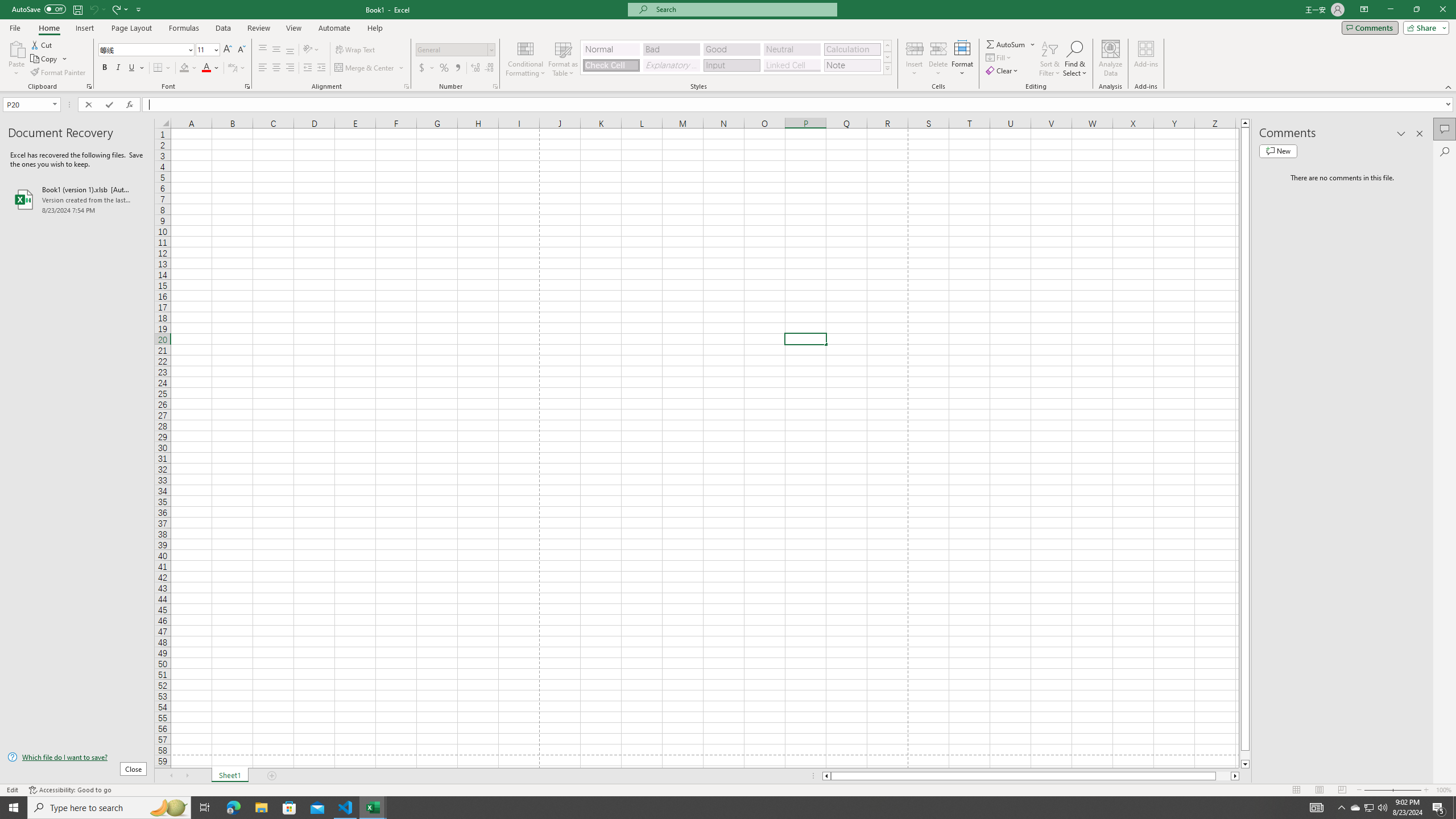  Describe the element at coordinates (131, 67) in the screenshot. I see `'Underline'` at that location.